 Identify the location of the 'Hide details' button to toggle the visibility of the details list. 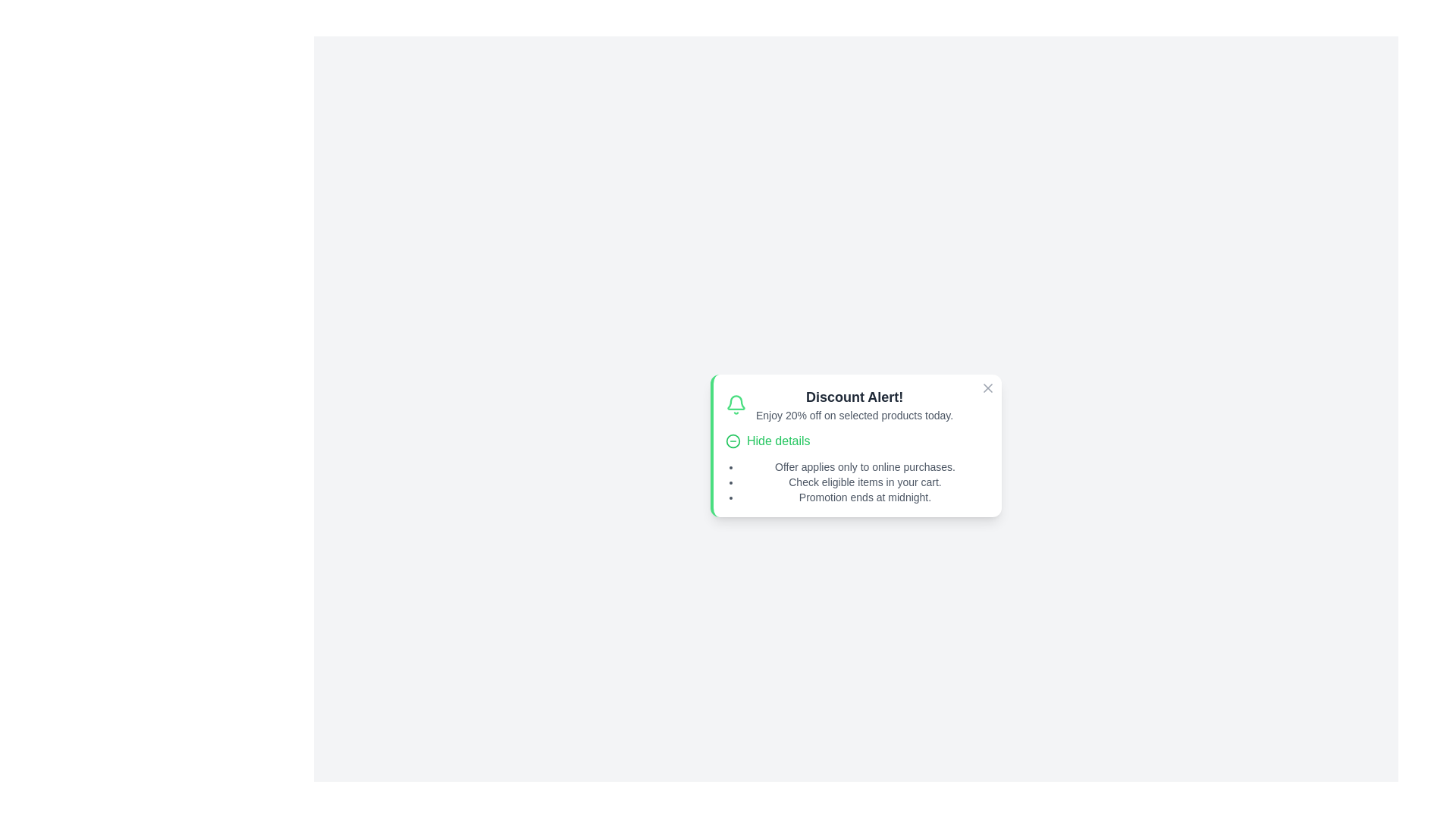
(767, 441).